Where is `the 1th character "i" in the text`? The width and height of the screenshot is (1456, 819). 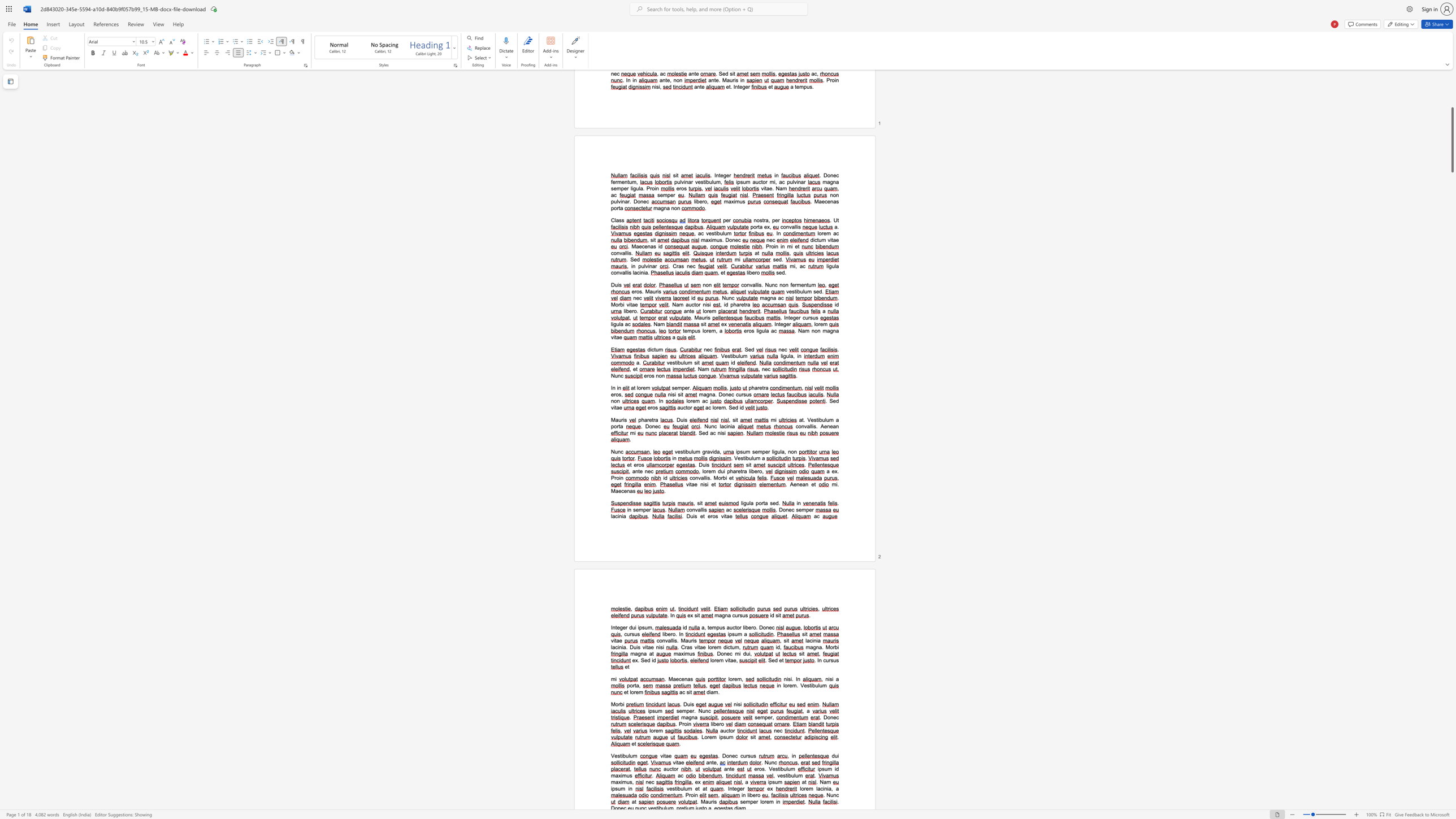 the 1th character "i" in the text is located at coordinates (652, 660).